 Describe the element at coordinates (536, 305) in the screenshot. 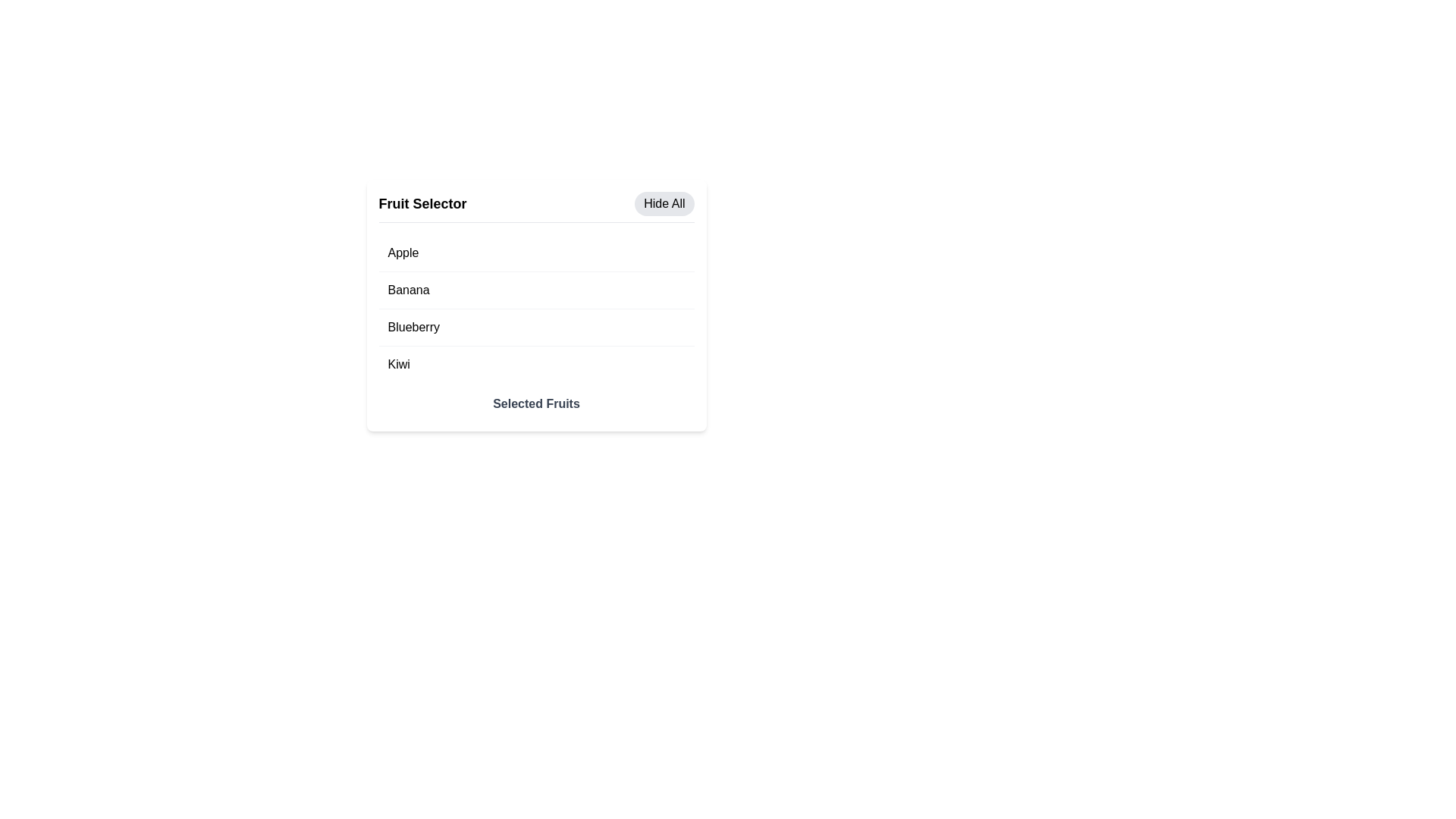

I see `the list of selectable fruits` at that location.